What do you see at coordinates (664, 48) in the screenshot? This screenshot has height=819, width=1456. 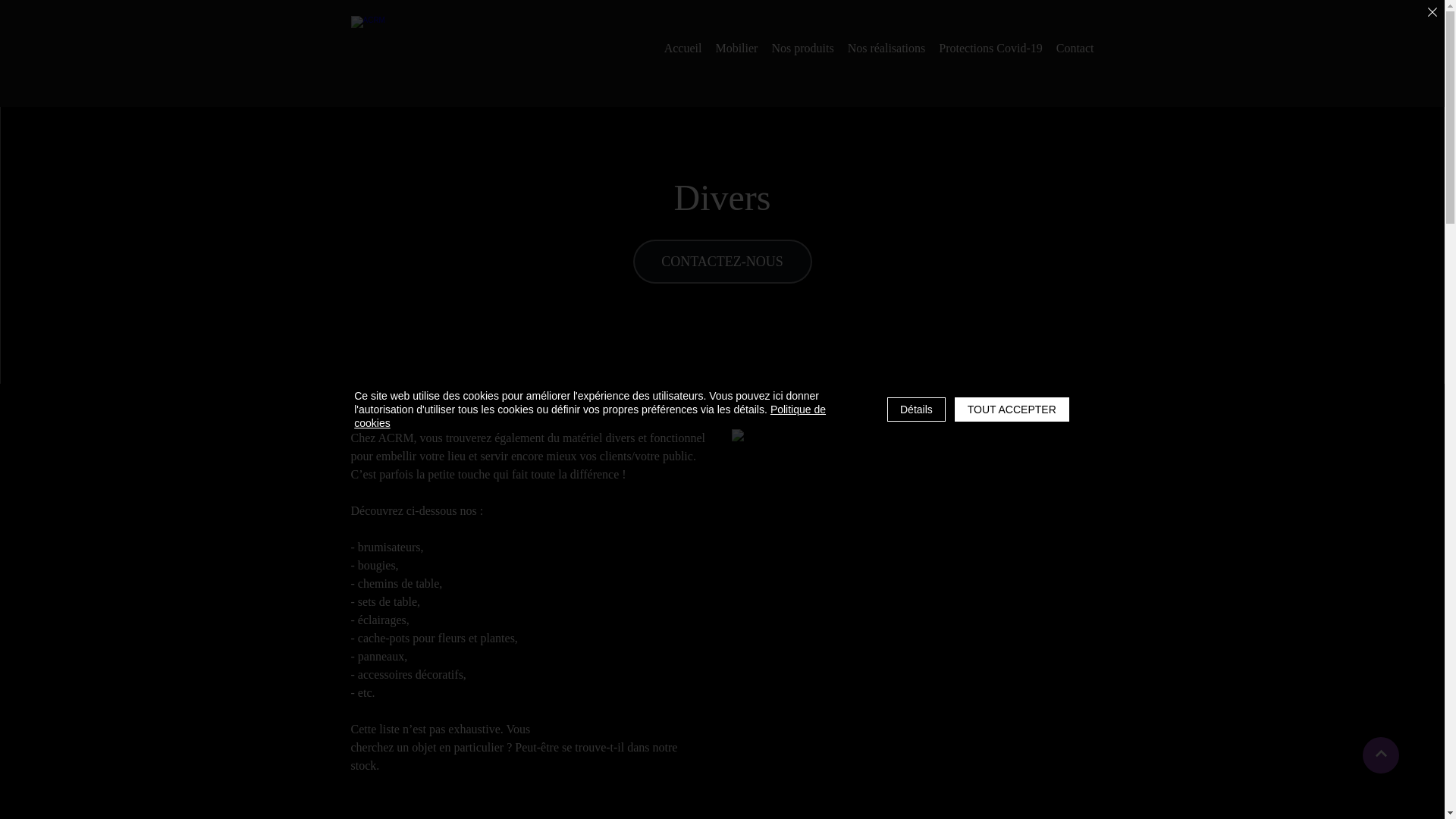 I see `'Accueil'` at bounding box center [664, 48].